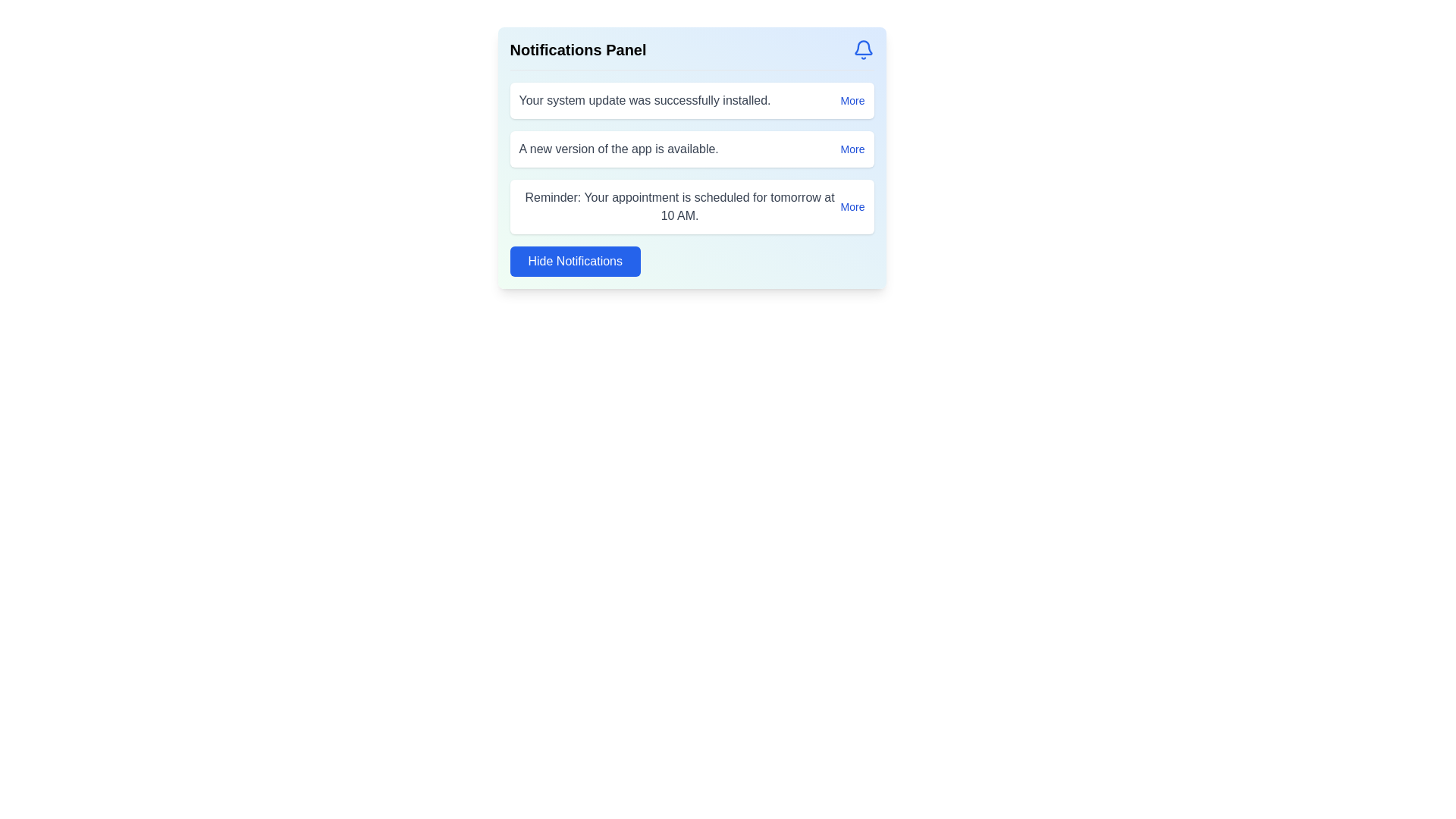 The width and height of the screenshot is (1456, 819). What do you see at coordinates (645, 100) in the screenshot?
I see `the static notification message indicating successful installation of a system update, which is positioned to the left of the 'More' button in the topmost notification` at bounding box center [645, 100].